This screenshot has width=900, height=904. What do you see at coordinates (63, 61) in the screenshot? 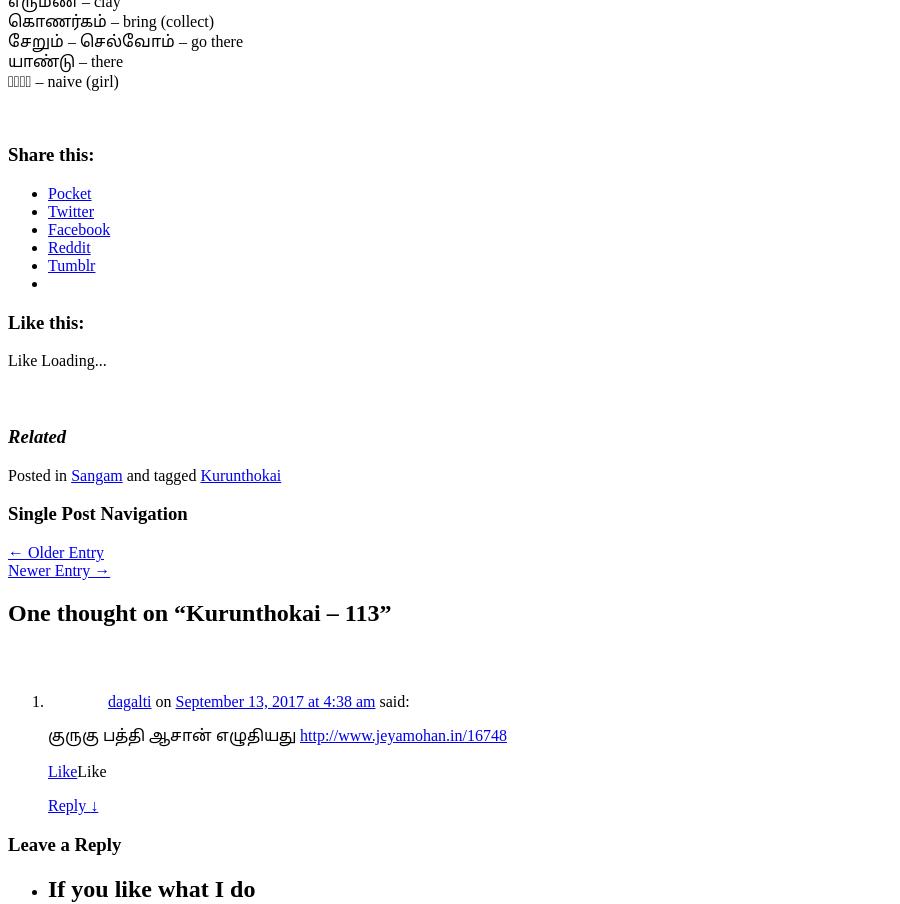
I see `'யாண்டு – there'` at bounding box center [63, 61].